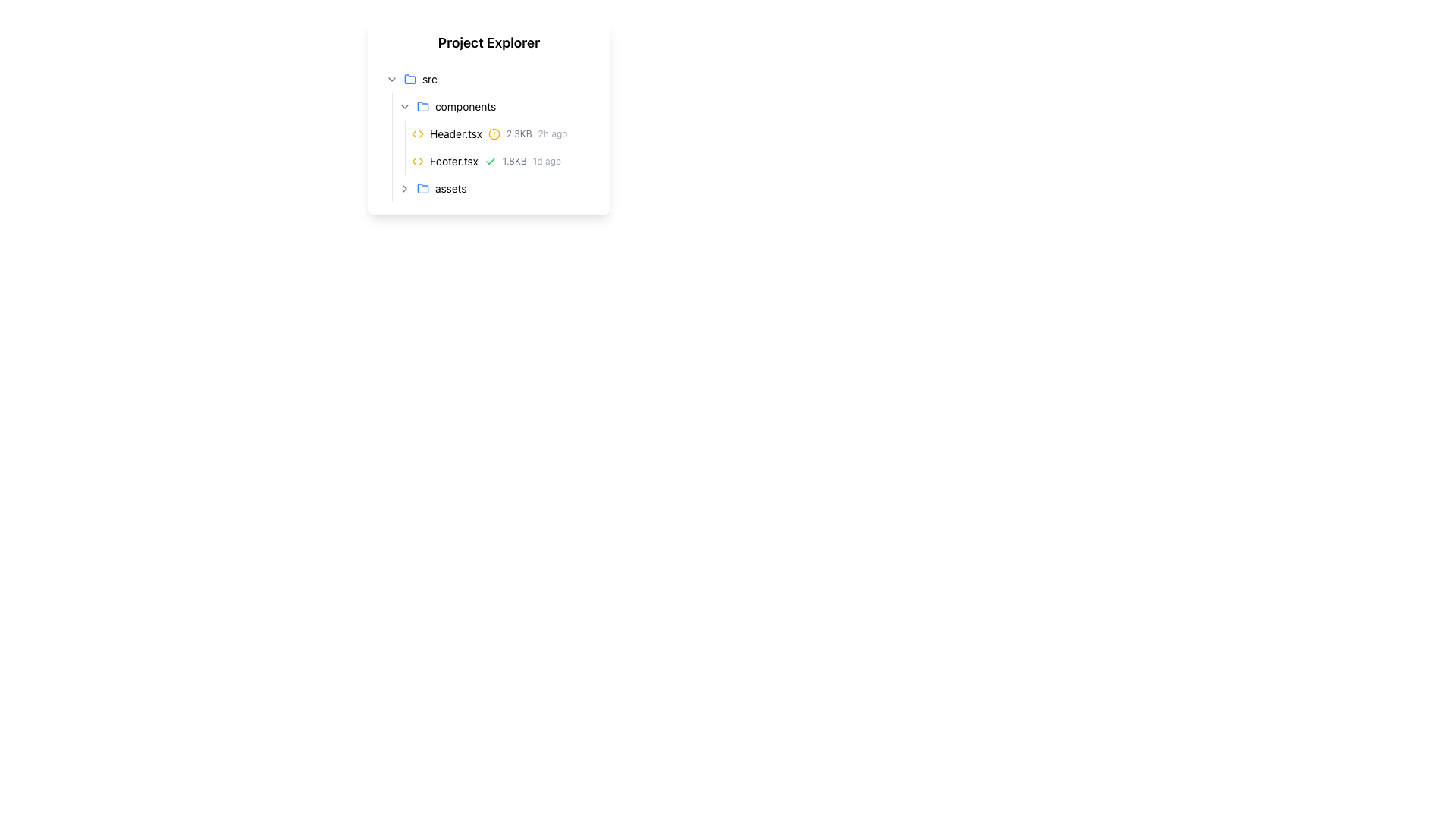 This screenshot has height=819, width=1456. I want to click on the warning icon with a yellow border and exclamation mark located next to 'Header.tsx 2.3KB 2h ago' in the file list interface, so click(494, 133).